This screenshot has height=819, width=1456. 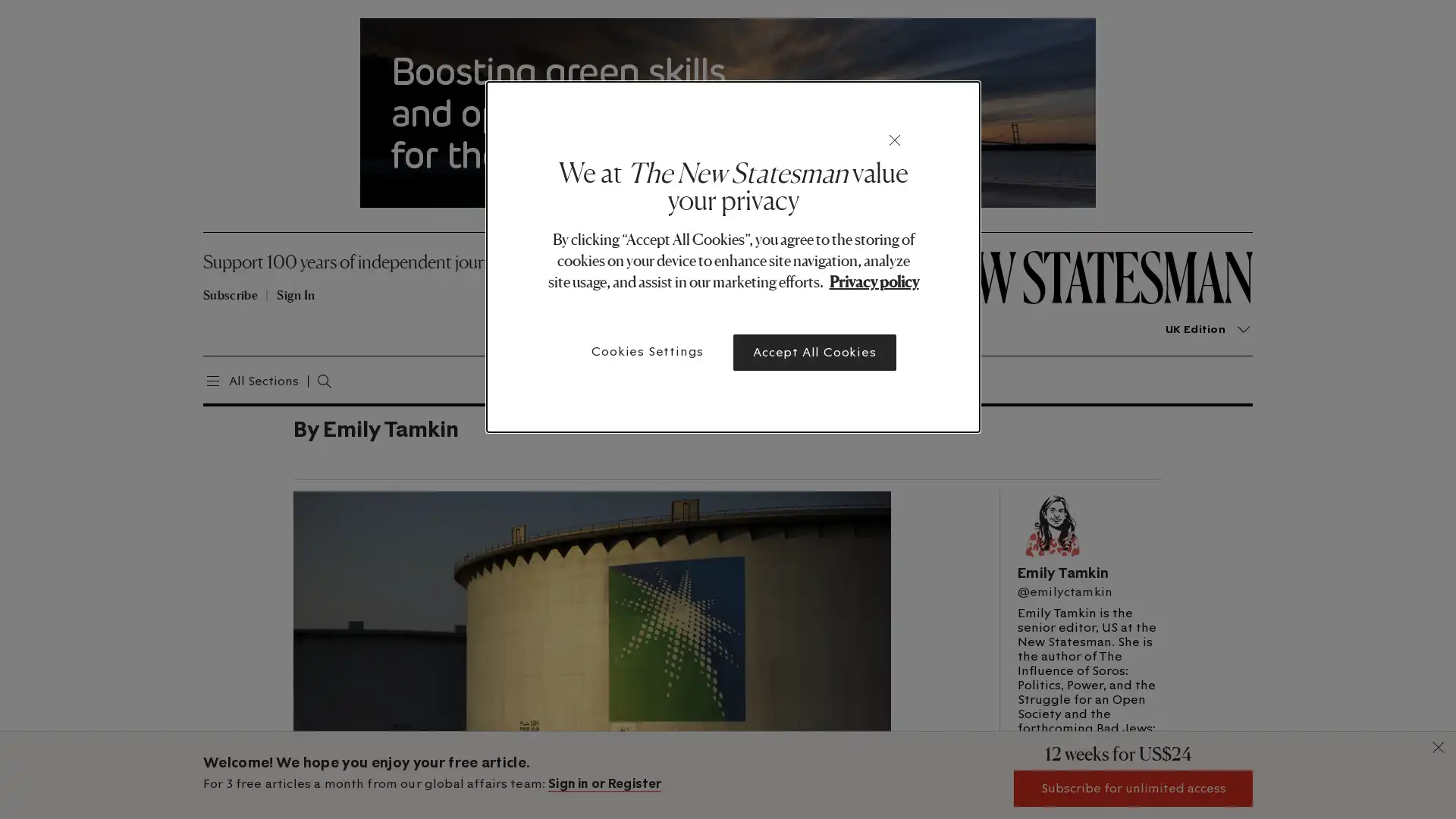 I want to click on Close, so click(x=895, y=140).